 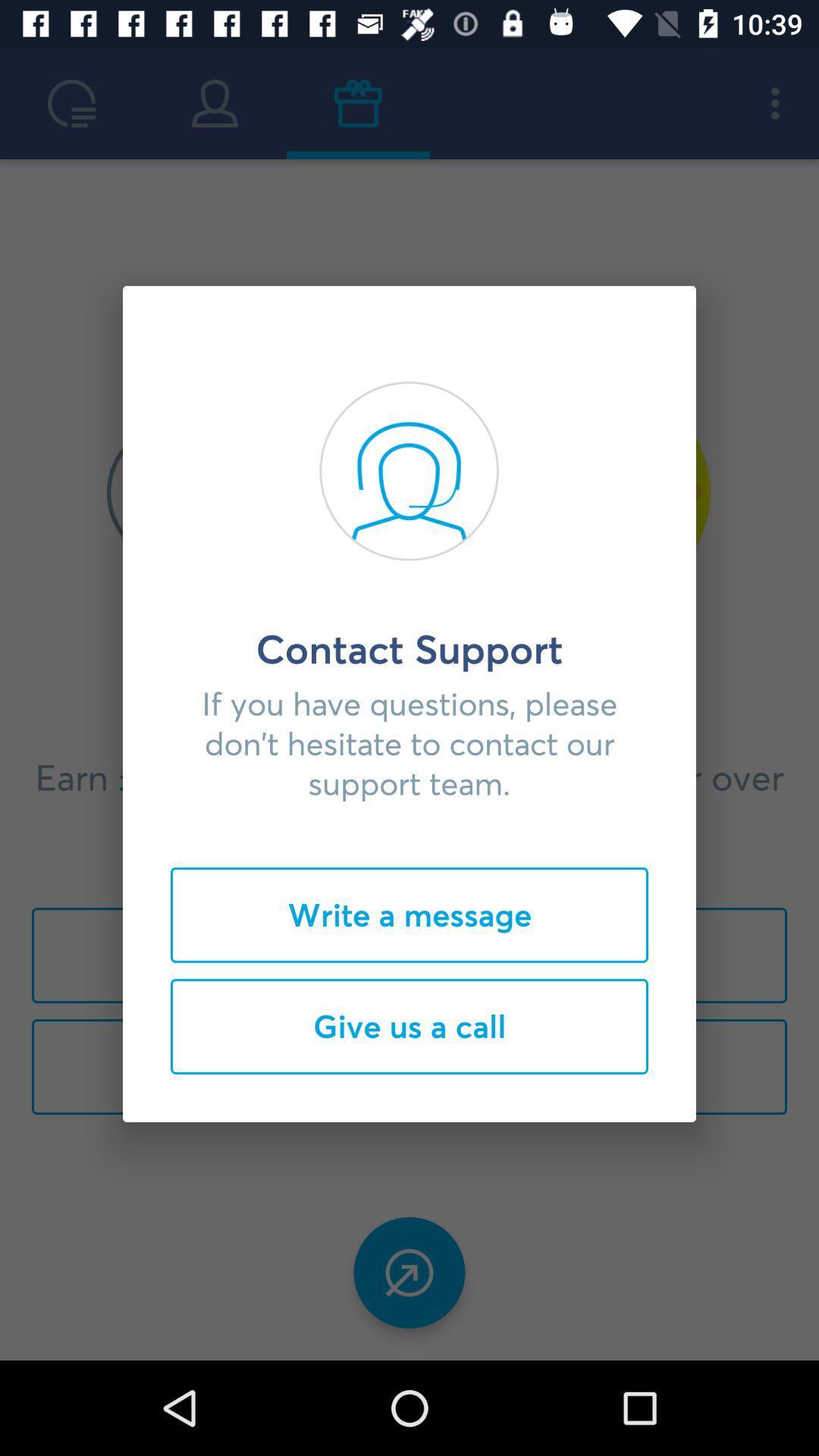 I want to click on the icon above the give us a item, so click(x=409, y=914).